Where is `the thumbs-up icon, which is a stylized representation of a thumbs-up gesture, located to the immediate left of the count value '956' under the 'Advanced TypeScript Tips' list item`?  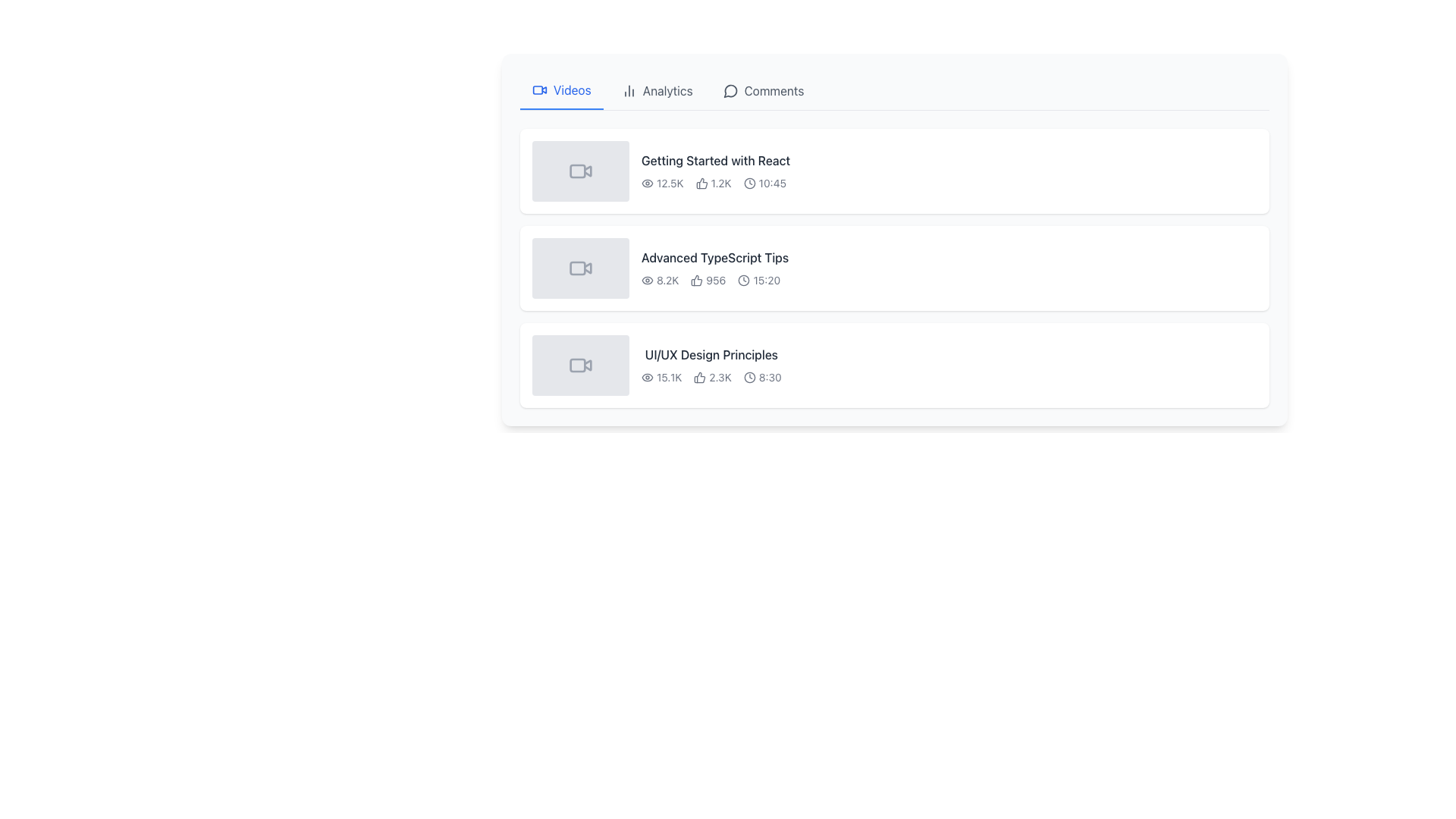 the thumbs-up icon, which is a stylized representation of a thumbs-up gesture, located to the immediate left of the count value '956' under the 'Advanced TypeScript Tips' list item is located at coordinates (696, 281).